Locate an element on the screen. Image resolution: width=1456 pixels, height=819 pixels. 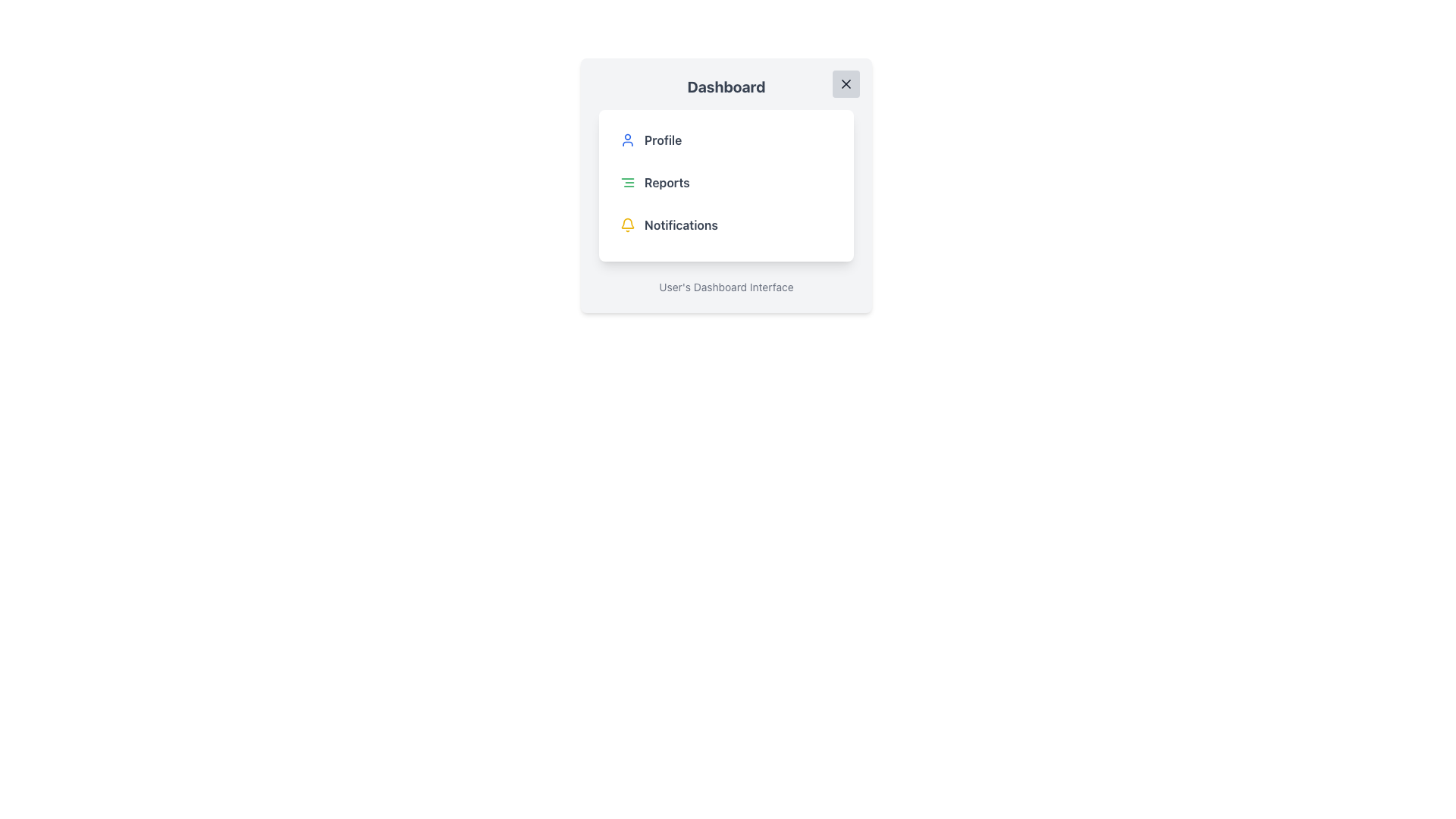
the 'Reports' icon element, which serves as a visual marker in the vertical list of options, positioned to the left of the text 'Reports' is located at coordinates (628, 181).